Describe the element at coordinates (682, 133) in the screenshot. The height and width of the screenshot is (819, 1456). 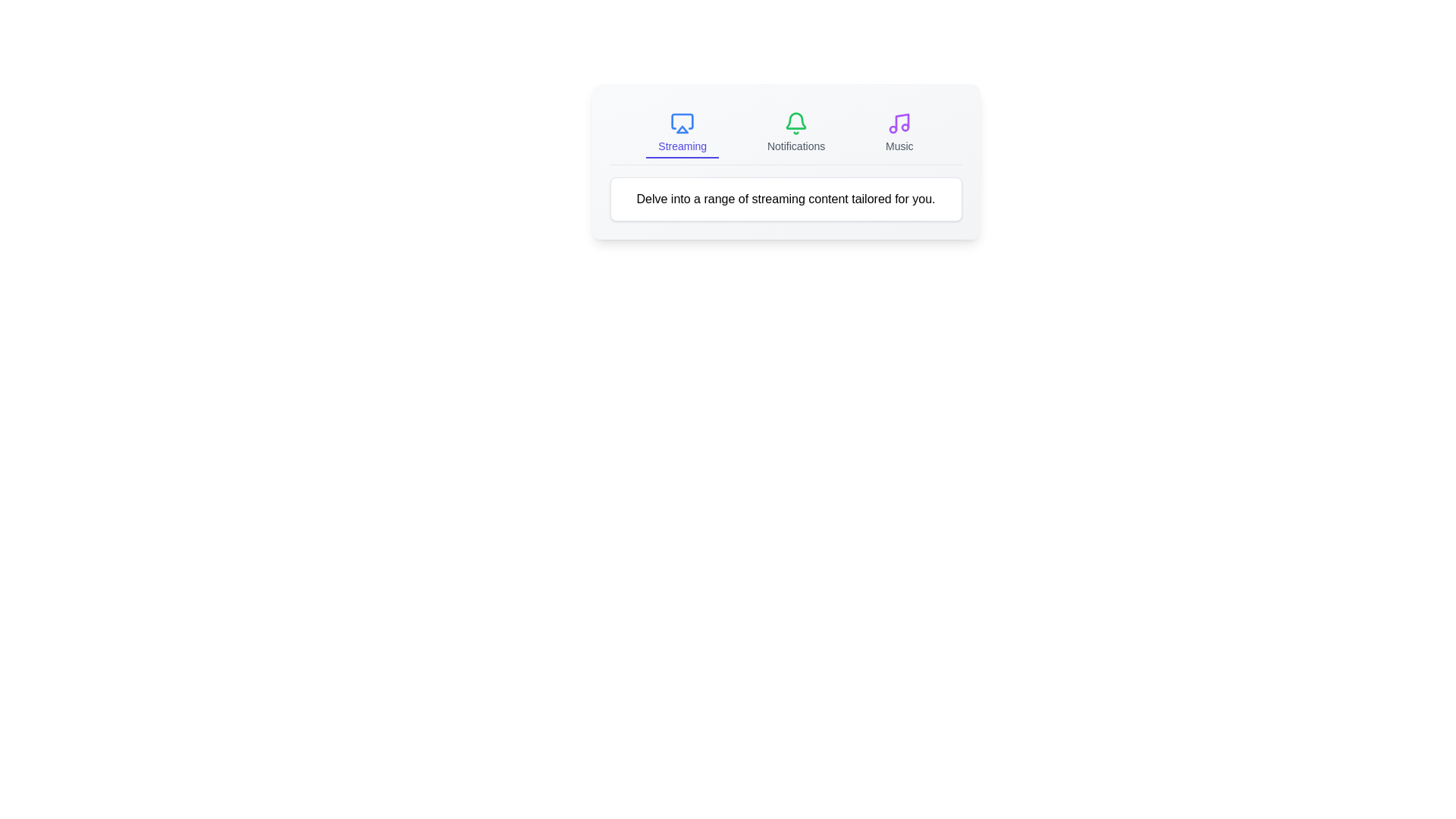
I see `the active tab labeled 'Streaming' to confirm its state` at that location.